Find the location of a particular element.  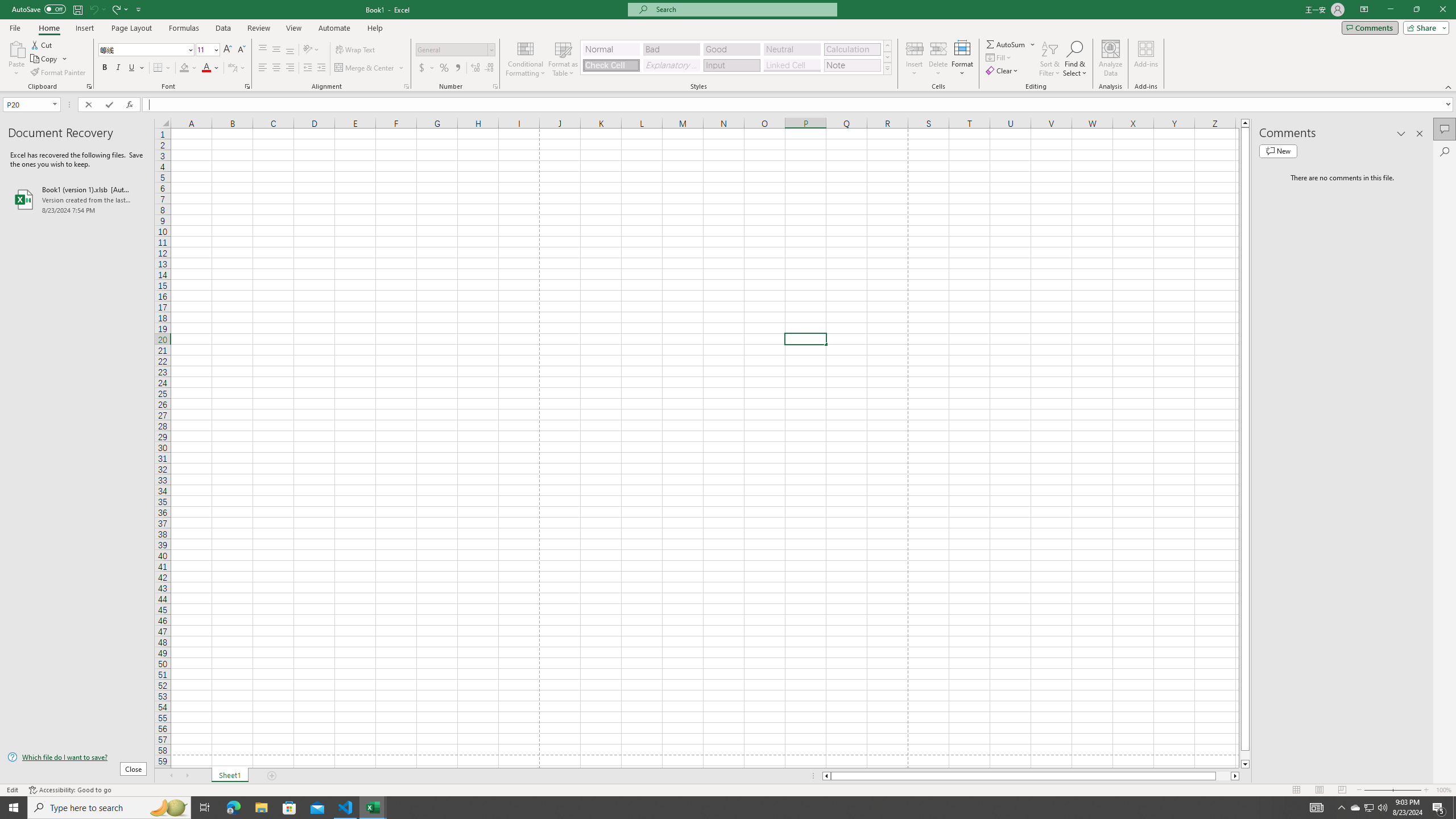

'Page right' is located at coordinates (1222, 775).